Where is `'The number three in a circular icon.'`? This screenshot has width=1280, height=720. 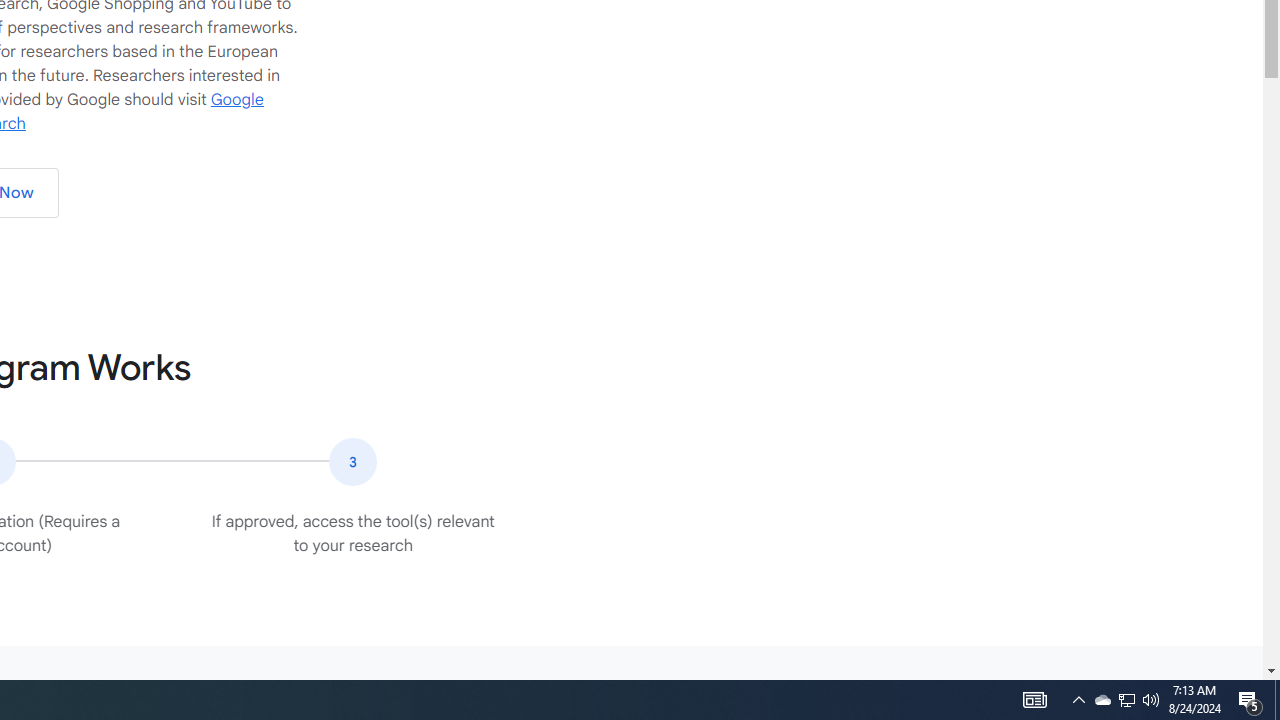 'The number three in a circular icon.' is located at coordinates (353, 461).